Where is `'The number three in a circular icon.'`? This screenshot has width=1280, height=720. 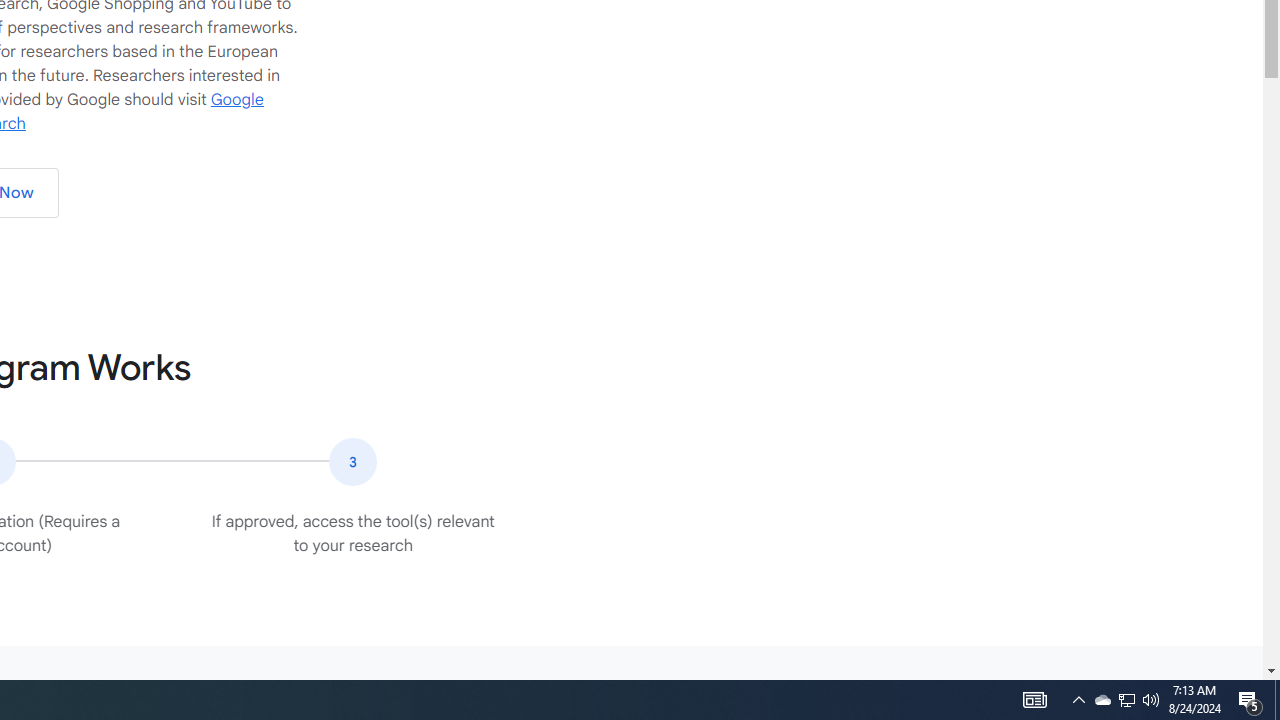 'The number three in a circular icon.' is located at coordinates (353, 461).